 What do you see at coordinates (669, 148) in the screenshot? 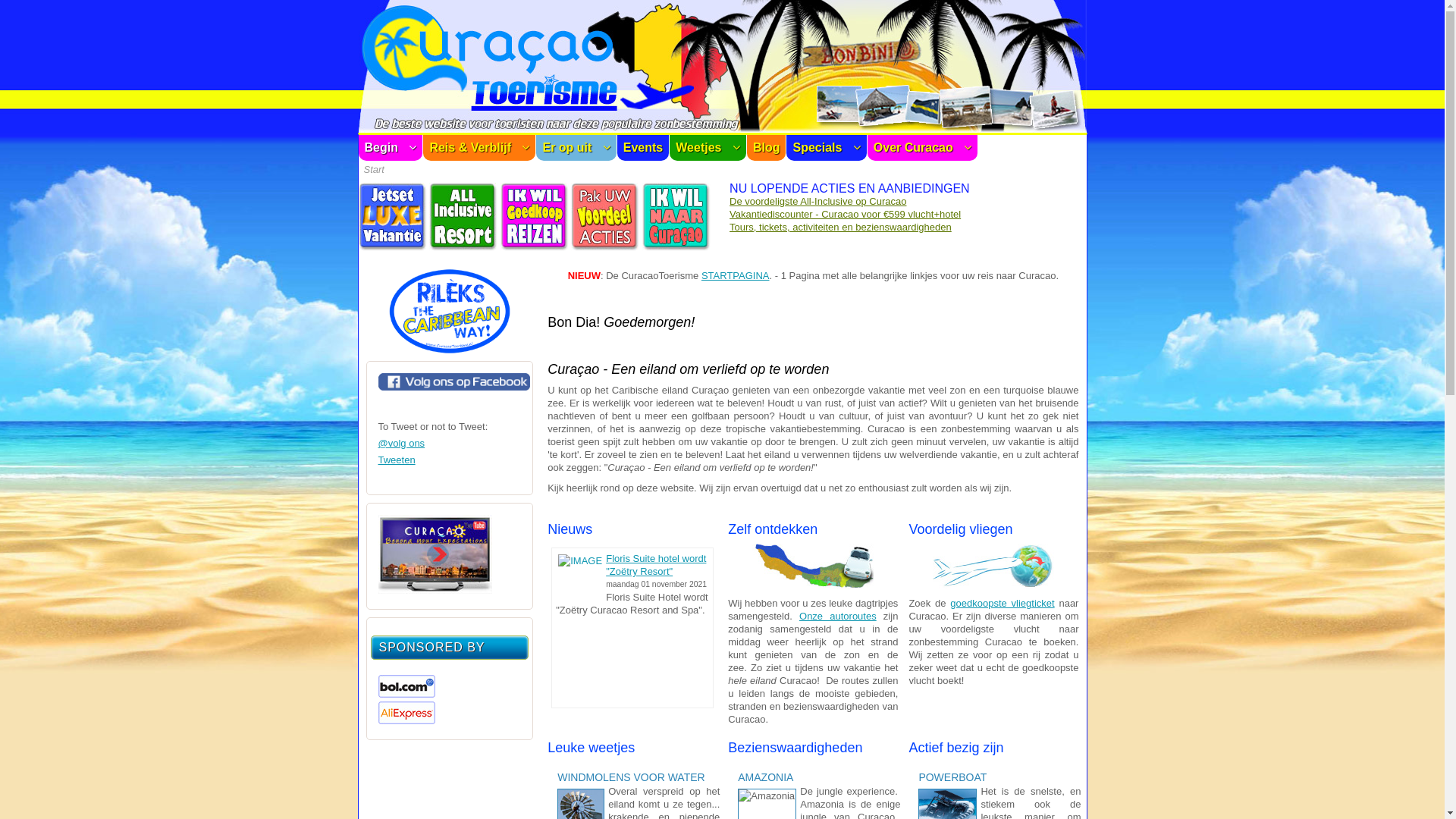
I see `'Weetjes'` at bounding box center [669, 148].